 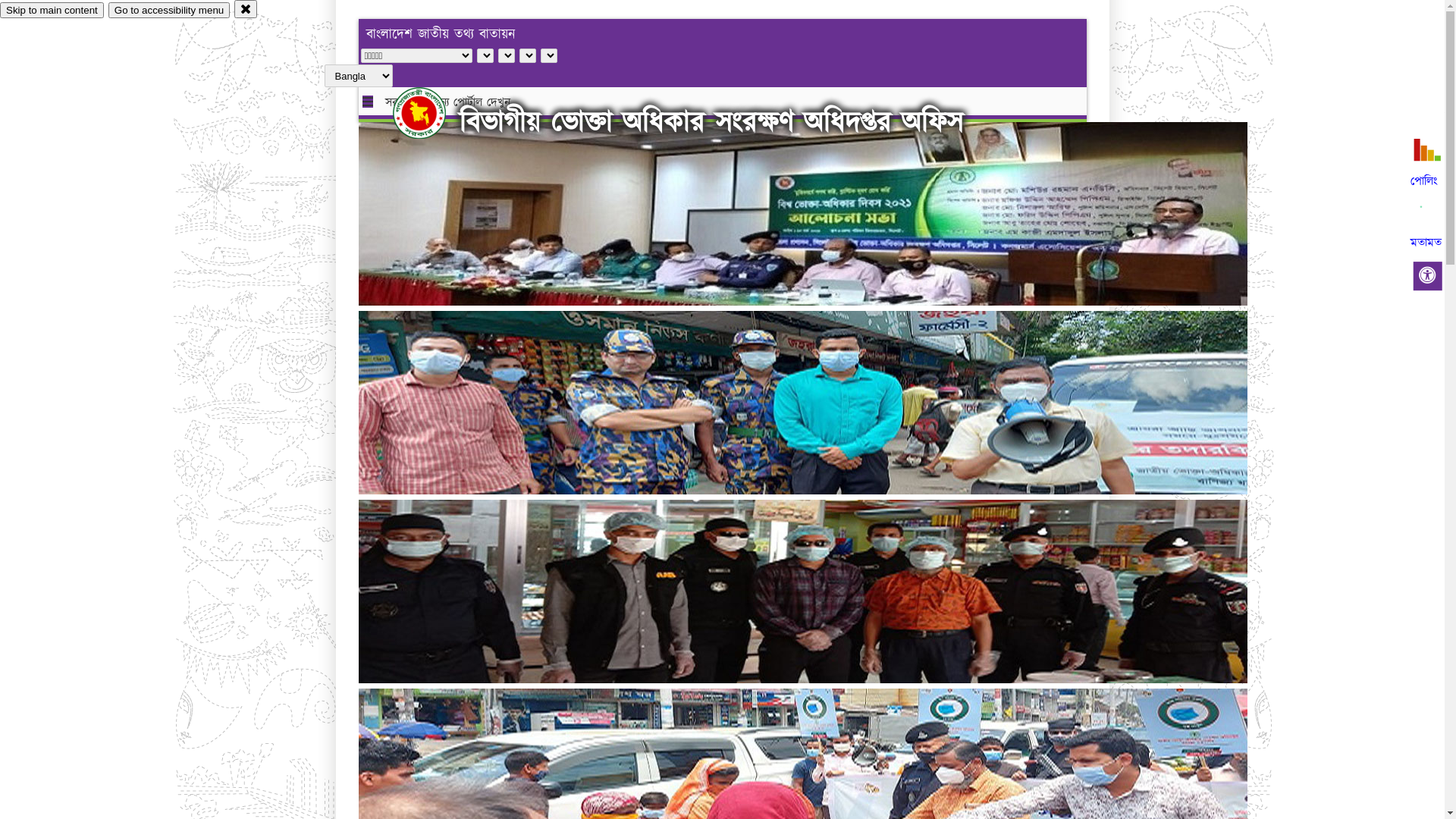 What do you see at coordinates (168, 10) in the screenshot?
I see `'Go to accessibility menu'` at bounding box center [168, 10].